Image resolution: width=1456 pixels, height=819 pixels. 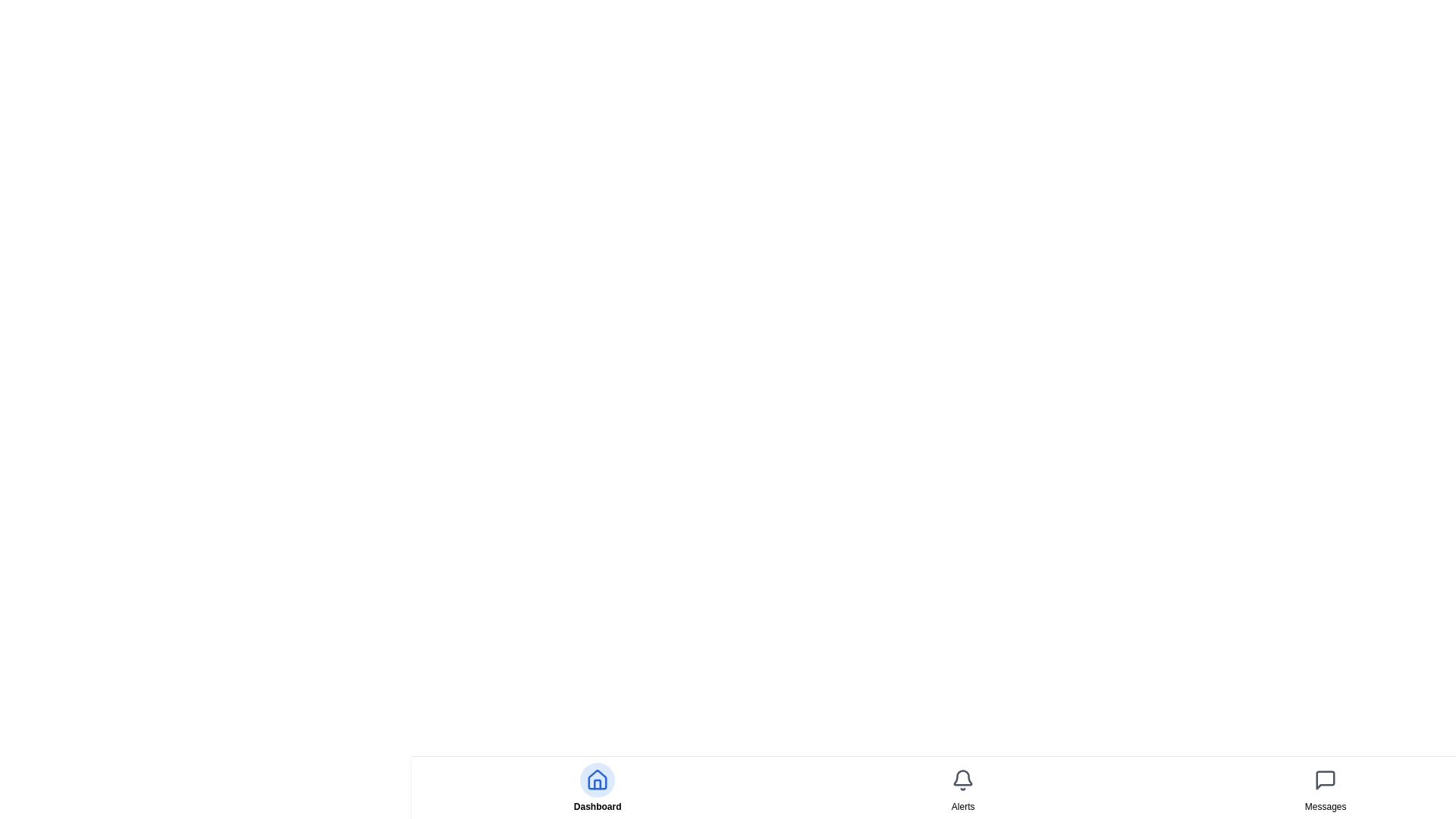 What do you see at coordinates (1325, 806) in the screenshot?
I see `the tab labeled Messages` at bounding box center [1325, 806].